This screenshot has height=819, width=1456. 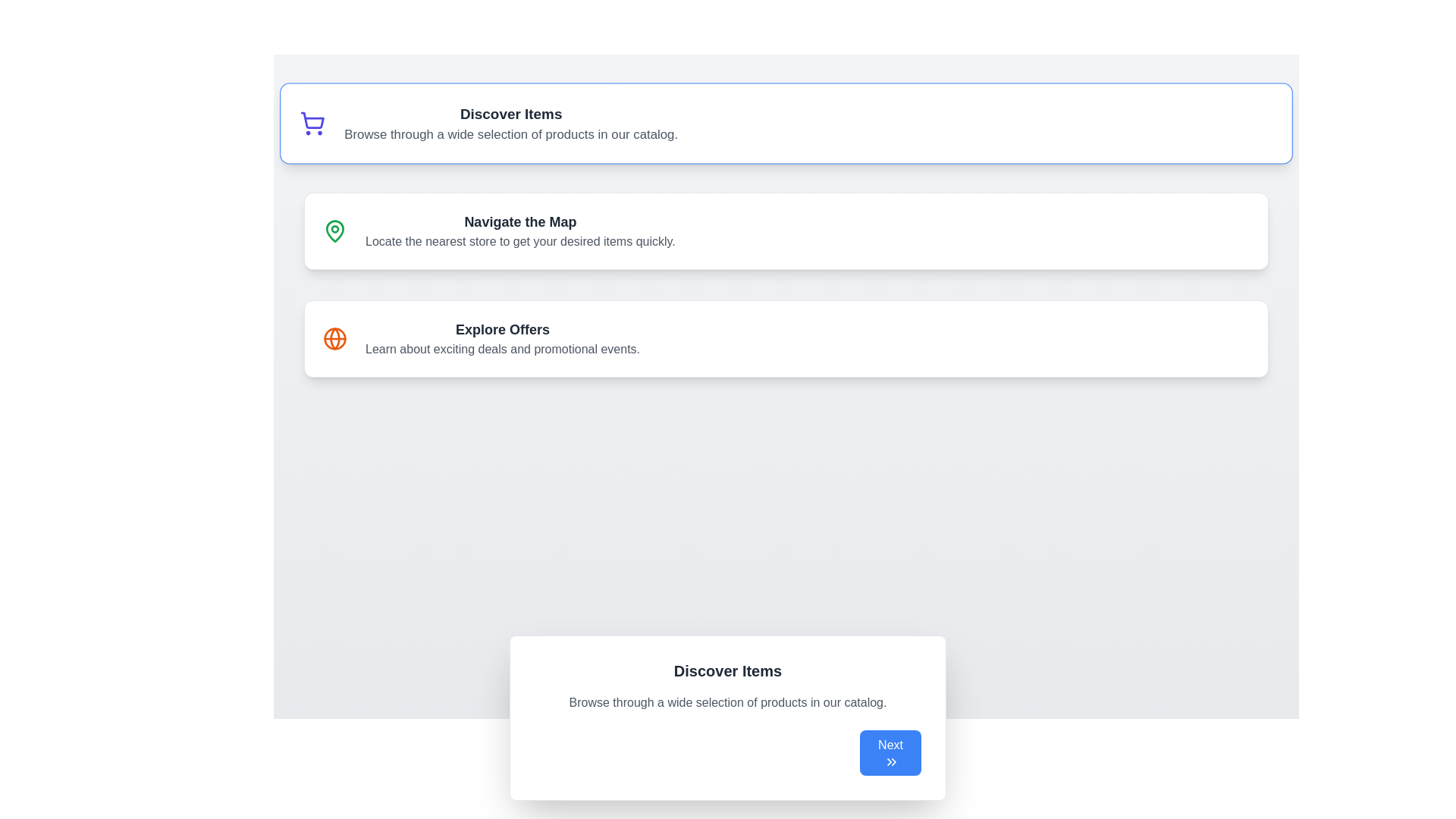 What do you see at coordinates (892, 762) in the screenshot?
I see `the double-chevron right arrow icon located within the blue 'Next' button, which is aligned to the right side of the button's text label` at bounding box center [892, 762].